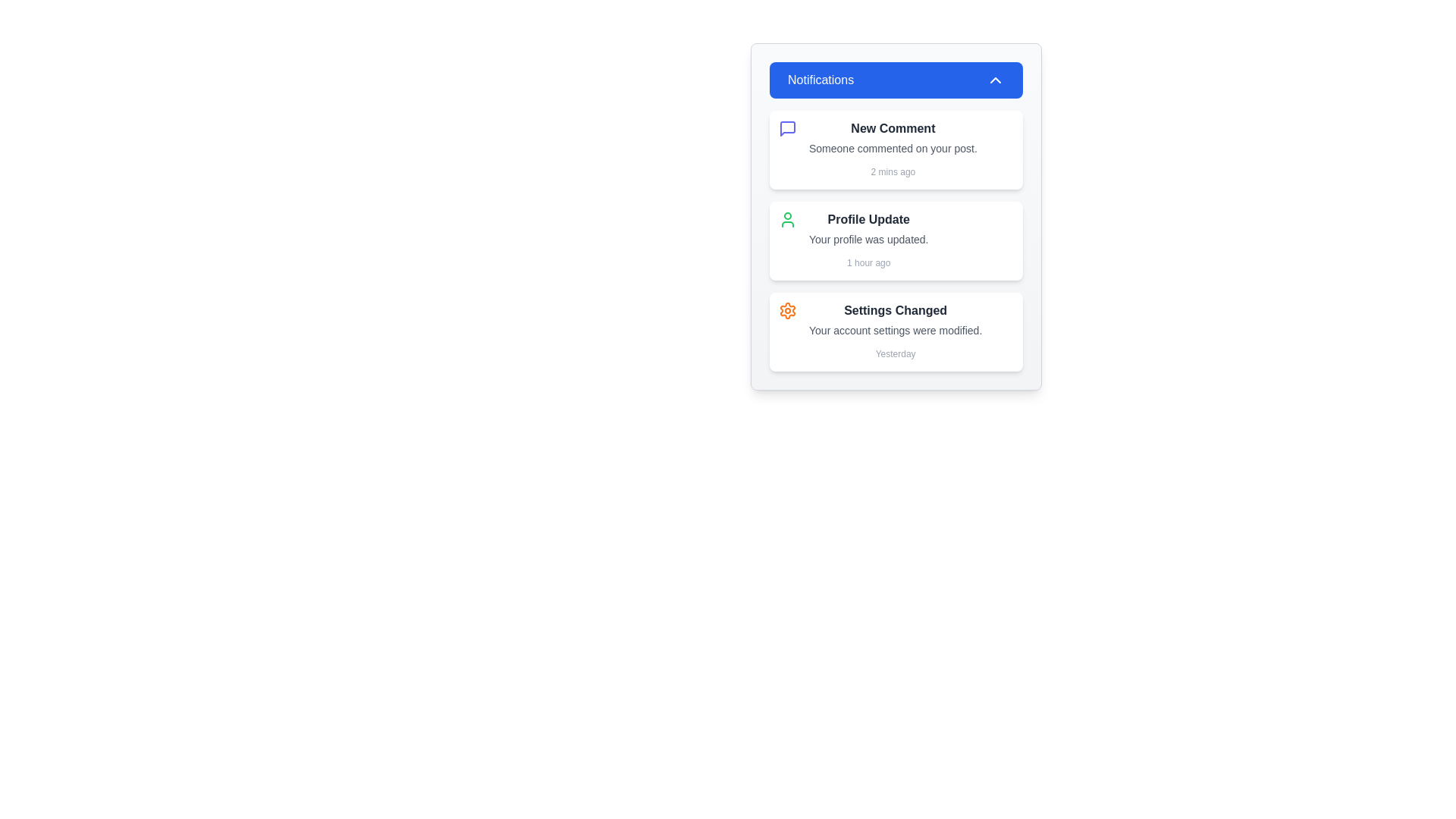 This screenshot has height=819, width=1456. I want to click on the static text label 'Yesterday' within the notification card indicating a settings change, located at the bottom of the card in the Notifications panel, so click(896, 353).